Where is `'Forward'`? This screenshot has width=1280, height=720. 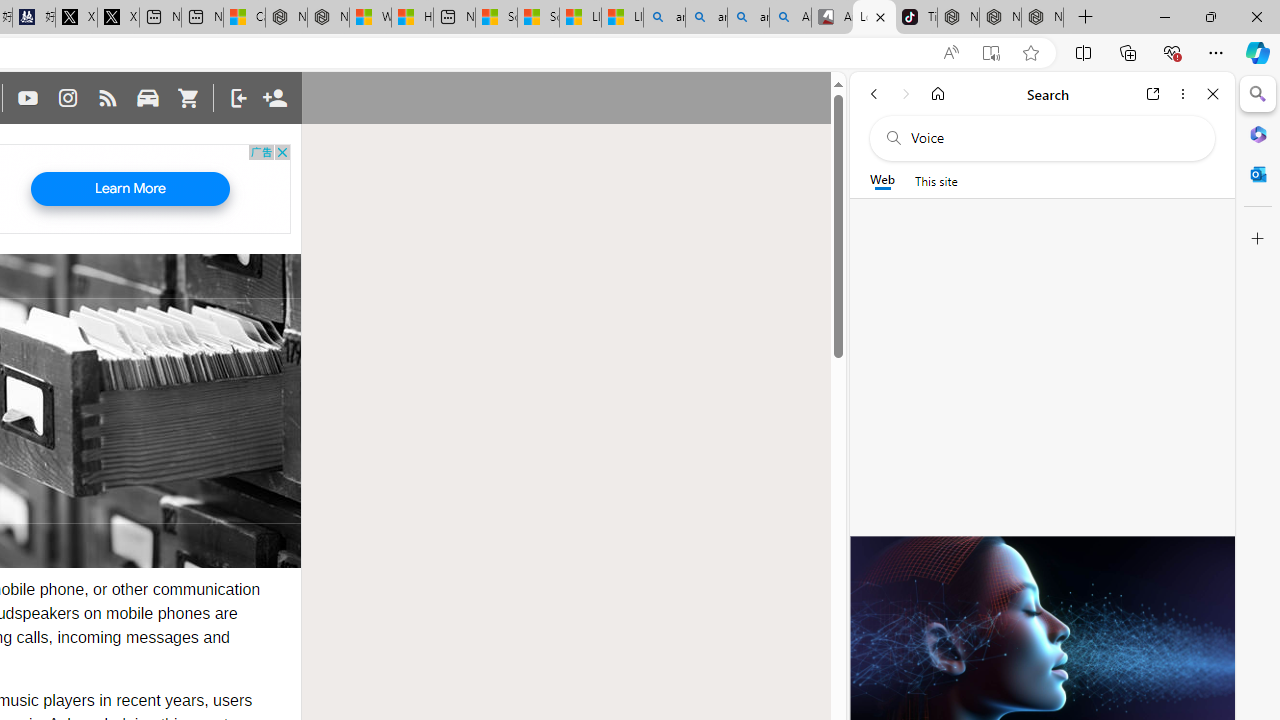
'Forward' is located at coordinates (905, 93).